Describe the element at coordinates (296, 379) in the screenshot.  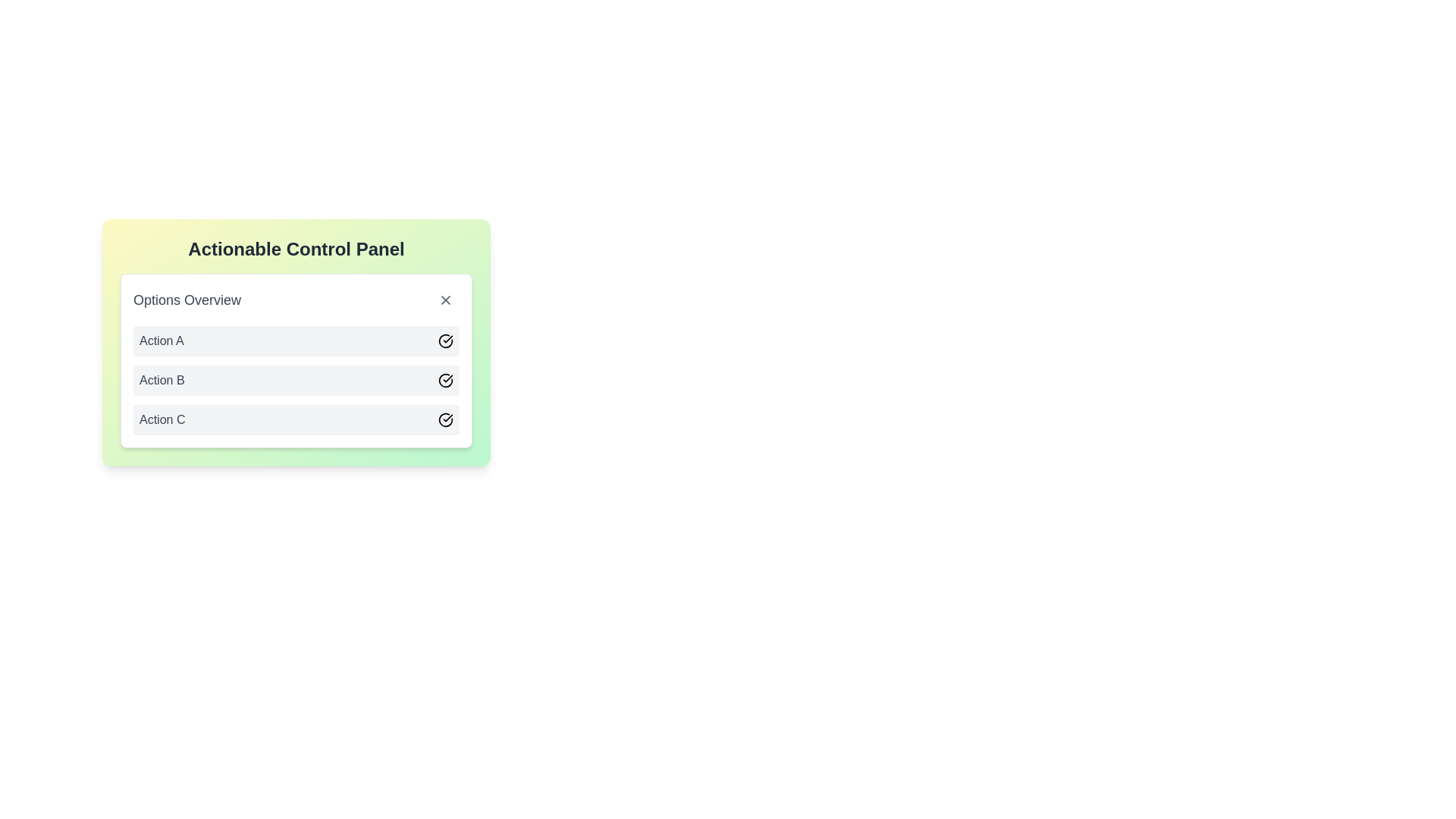
I see `the second item in the 'Options Overview' section labeled 'Action B'` at that location.